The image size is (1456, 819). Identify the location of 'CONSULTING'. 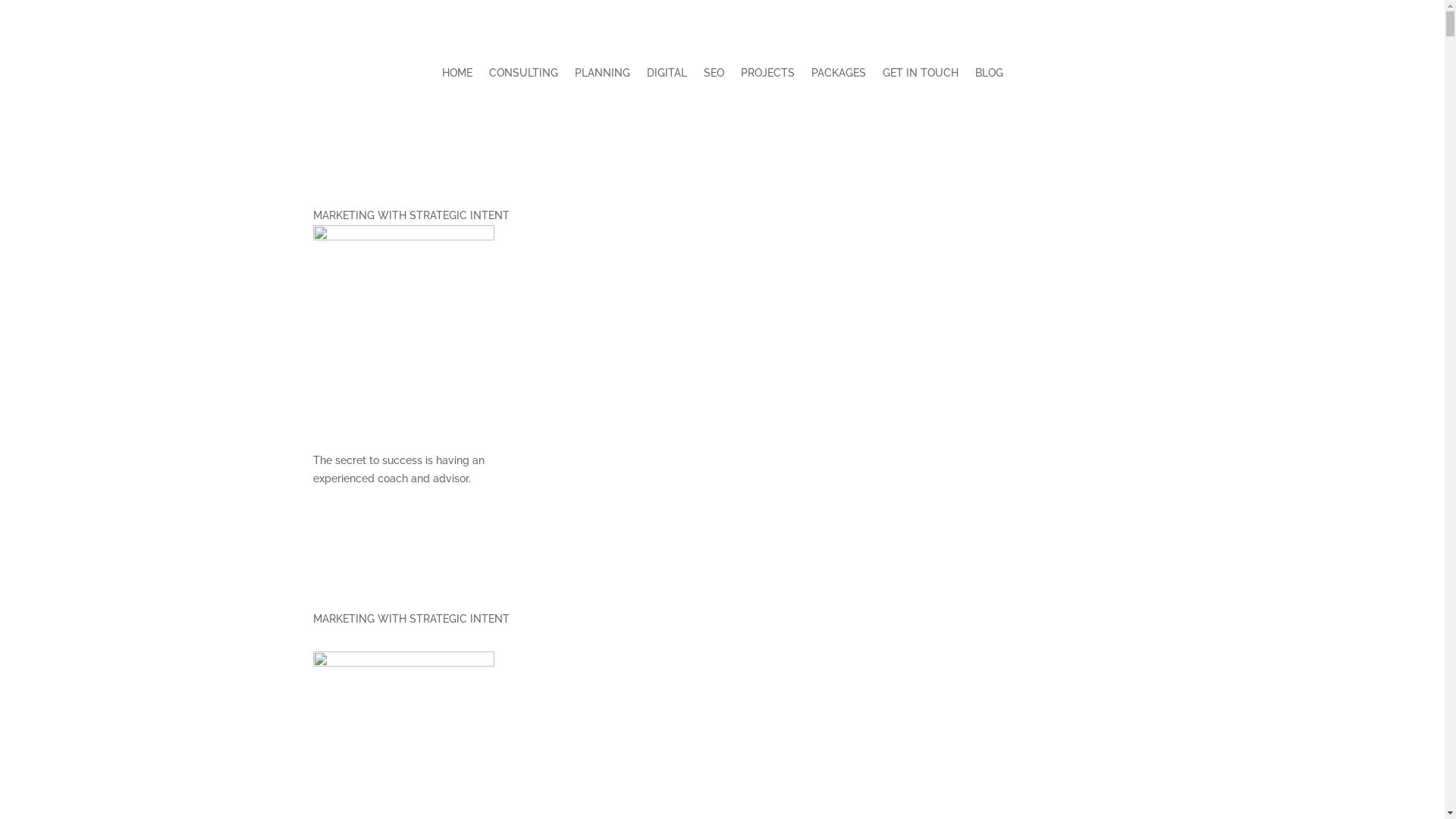
(522, 76).